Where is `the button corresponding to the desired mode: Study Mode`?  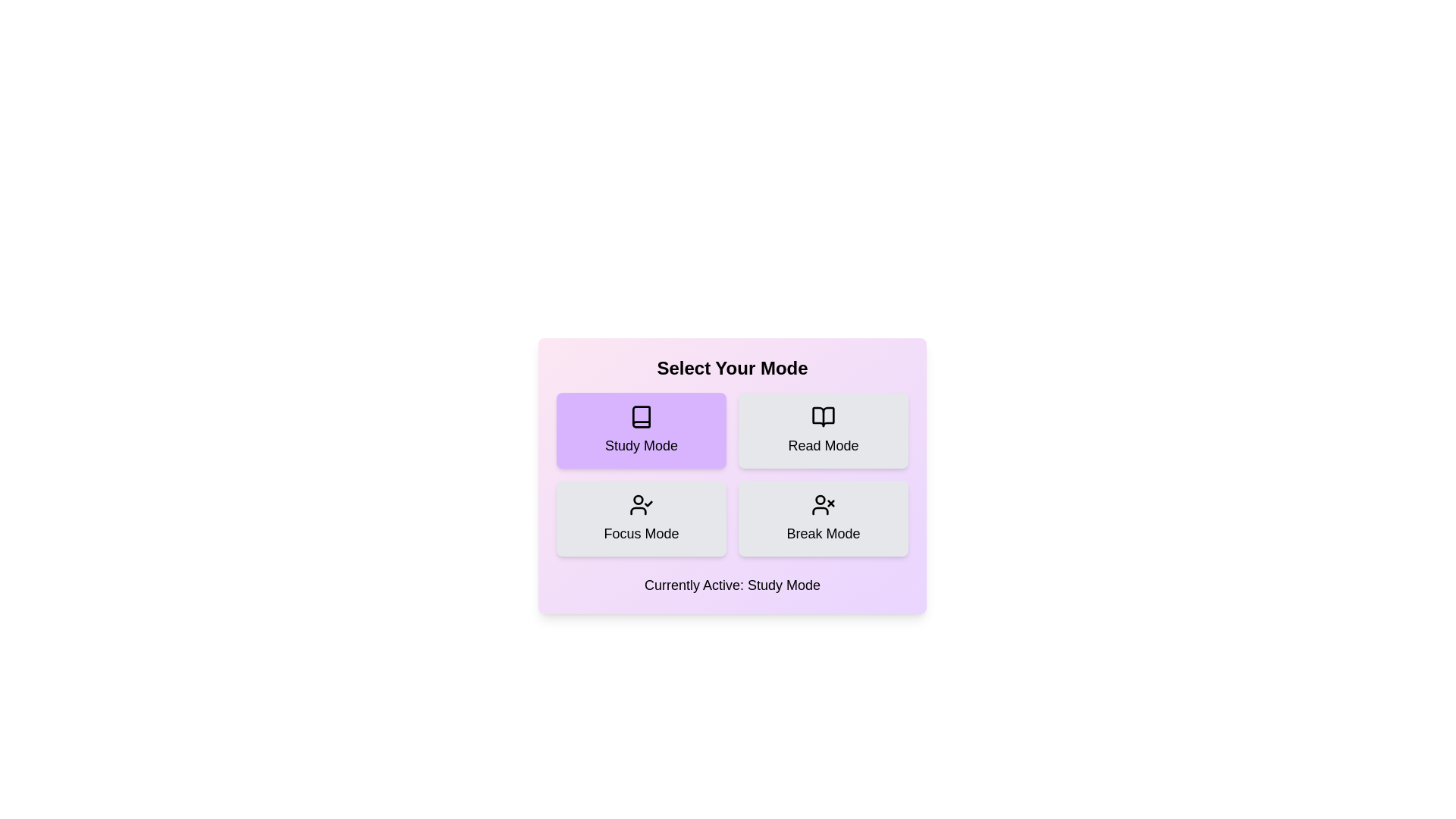 the button corresponding to the desired mode: Study Mode is located at coordinates (641, 430).